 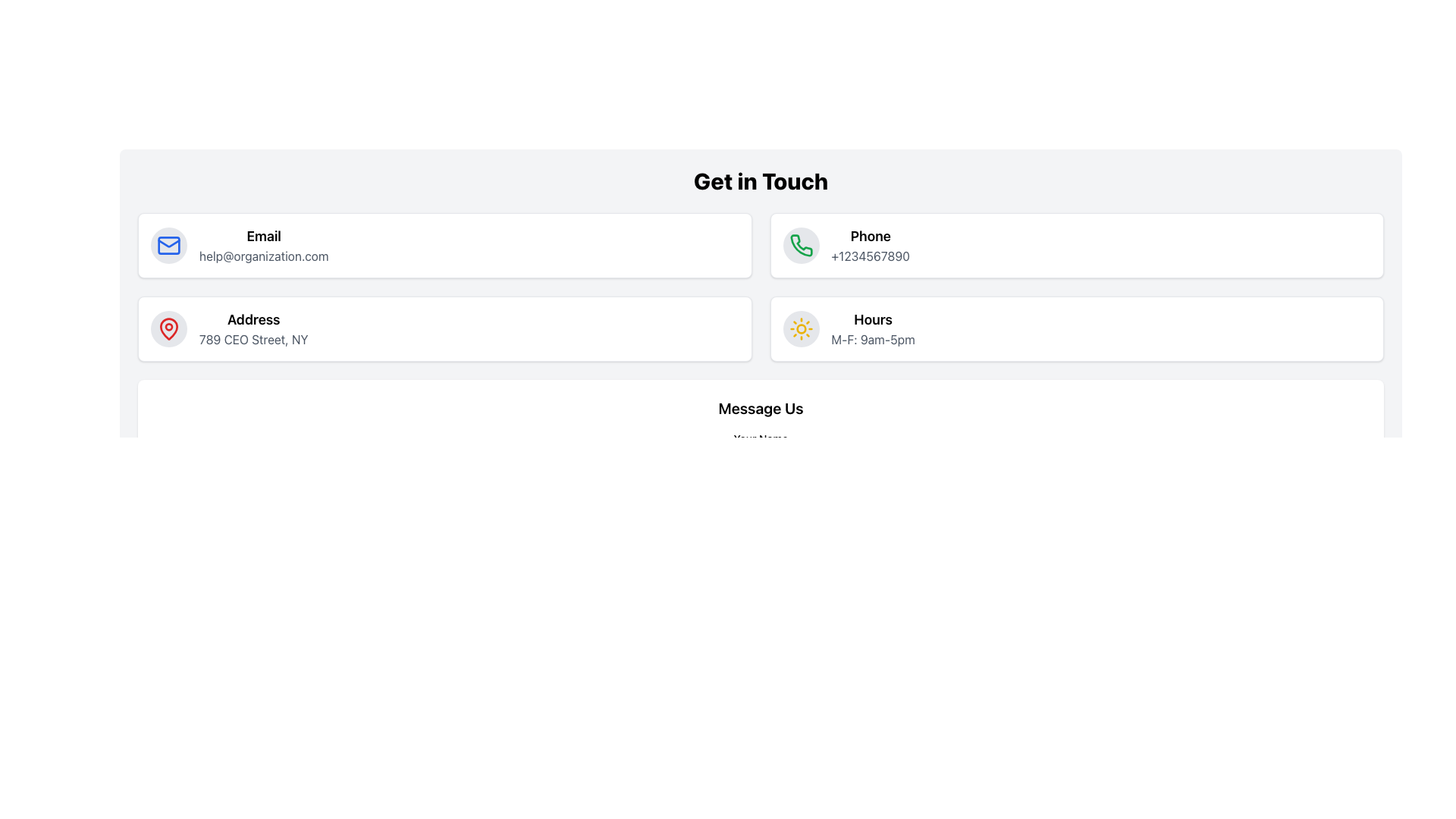 I want to click on the informational card displaying the address information for a company or organization, located in the third column of the grid layout, below the 'Email' and 'Phone' sections, so click(x=444, y=328).